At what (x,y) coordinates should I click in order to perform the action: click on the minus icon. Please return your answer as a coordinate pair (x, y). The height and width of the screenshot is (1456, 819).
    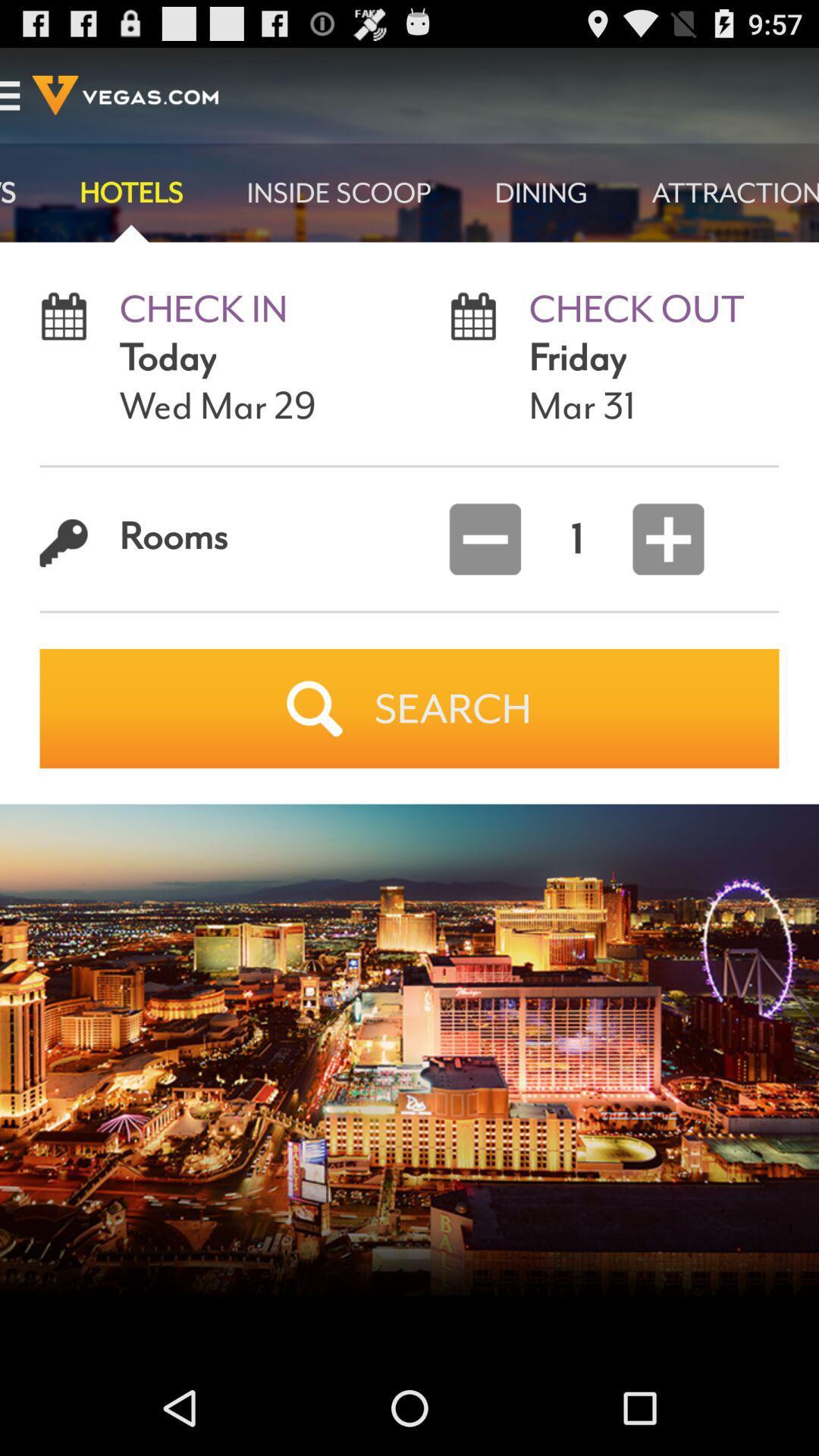
    Looking at the image, I should click on (485, 576).